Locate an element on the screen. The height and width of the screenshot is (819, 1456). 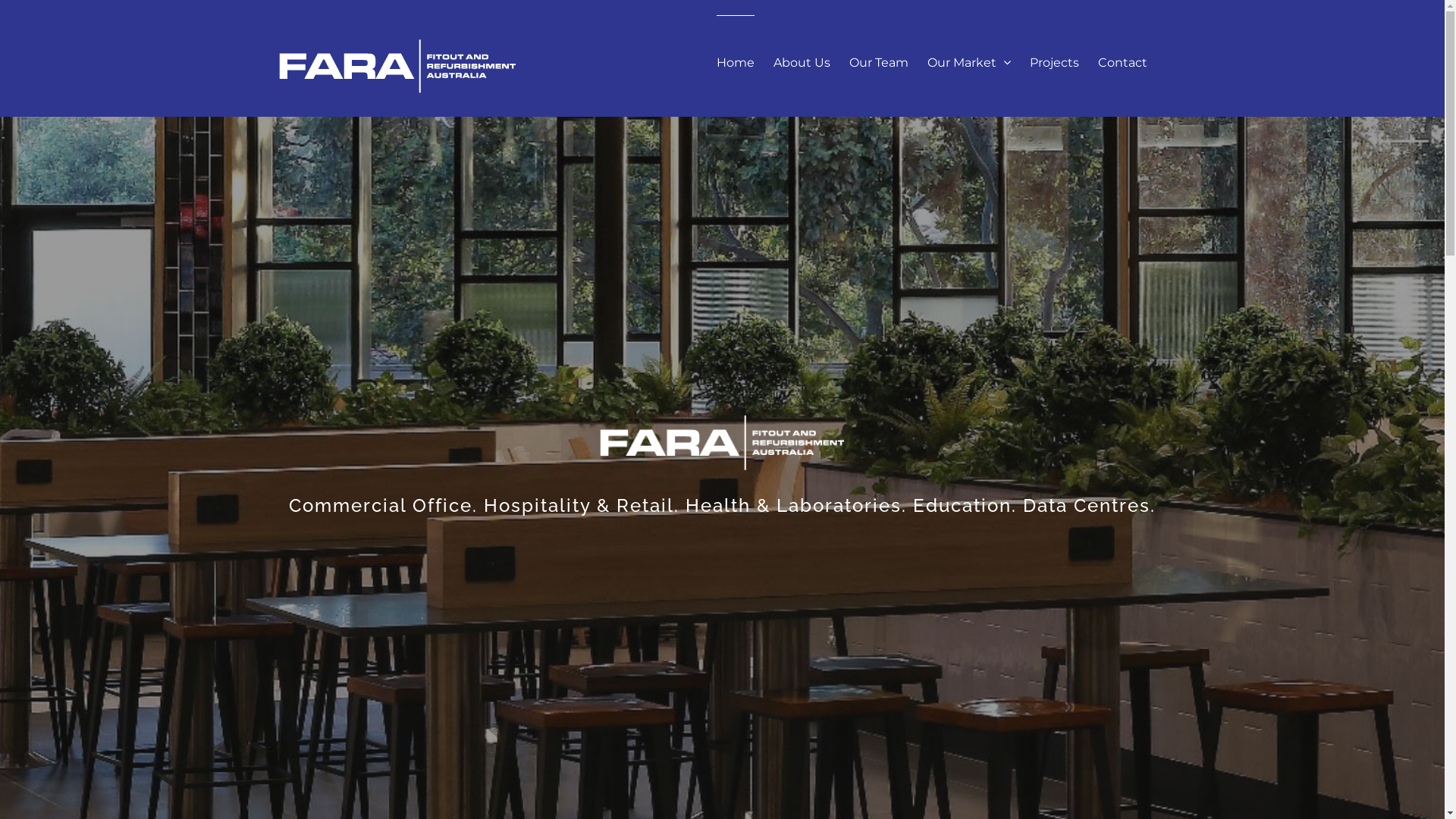
'Our Team' is located at coordinates (878, 61).